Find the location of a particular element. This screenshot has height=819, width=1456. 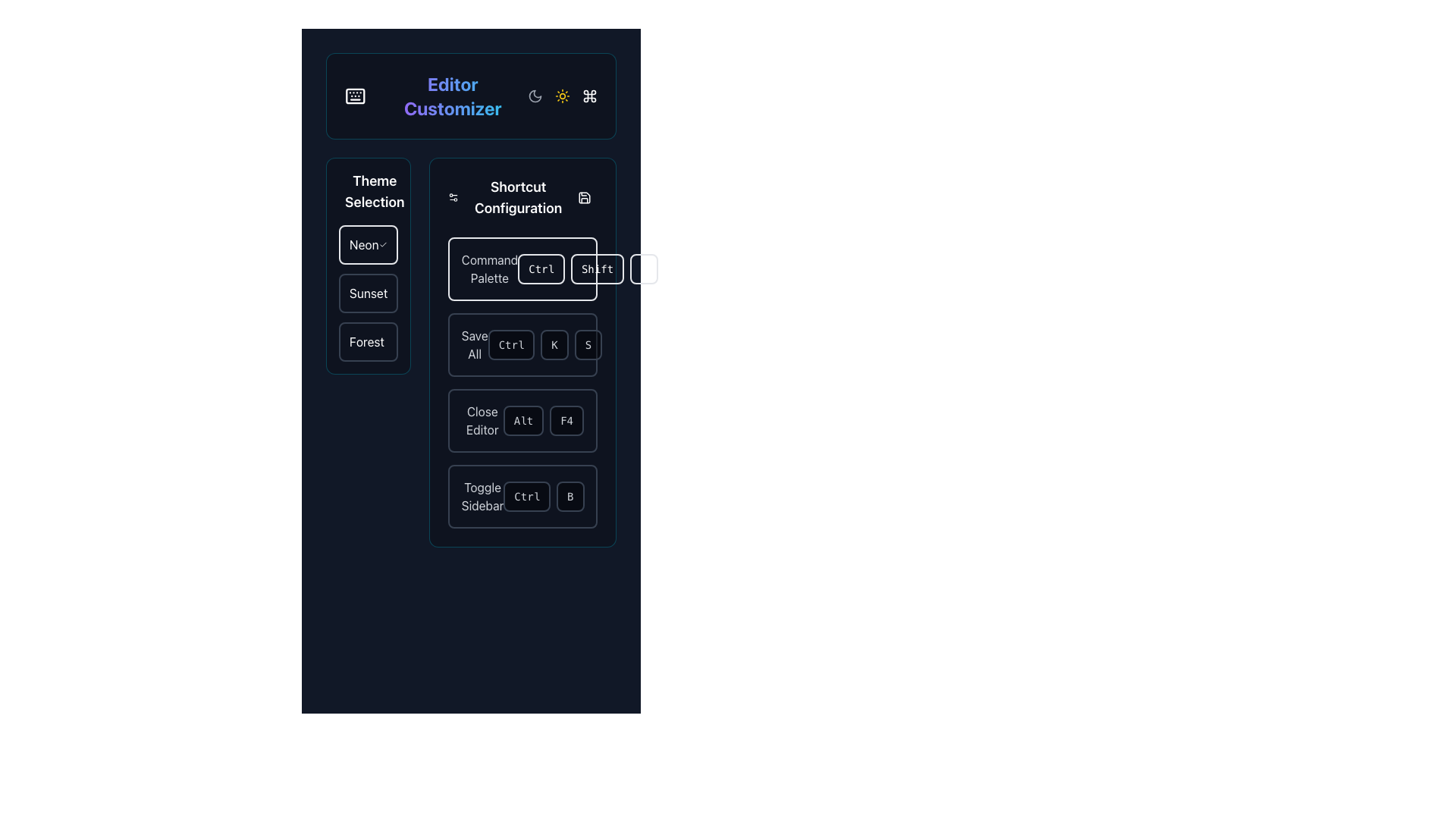

the 'Sunset' theme button located in the 'Theme Selection' section, positioned as the second option between 'Neon' and 'Forest' is located at coordinates (368, 293).